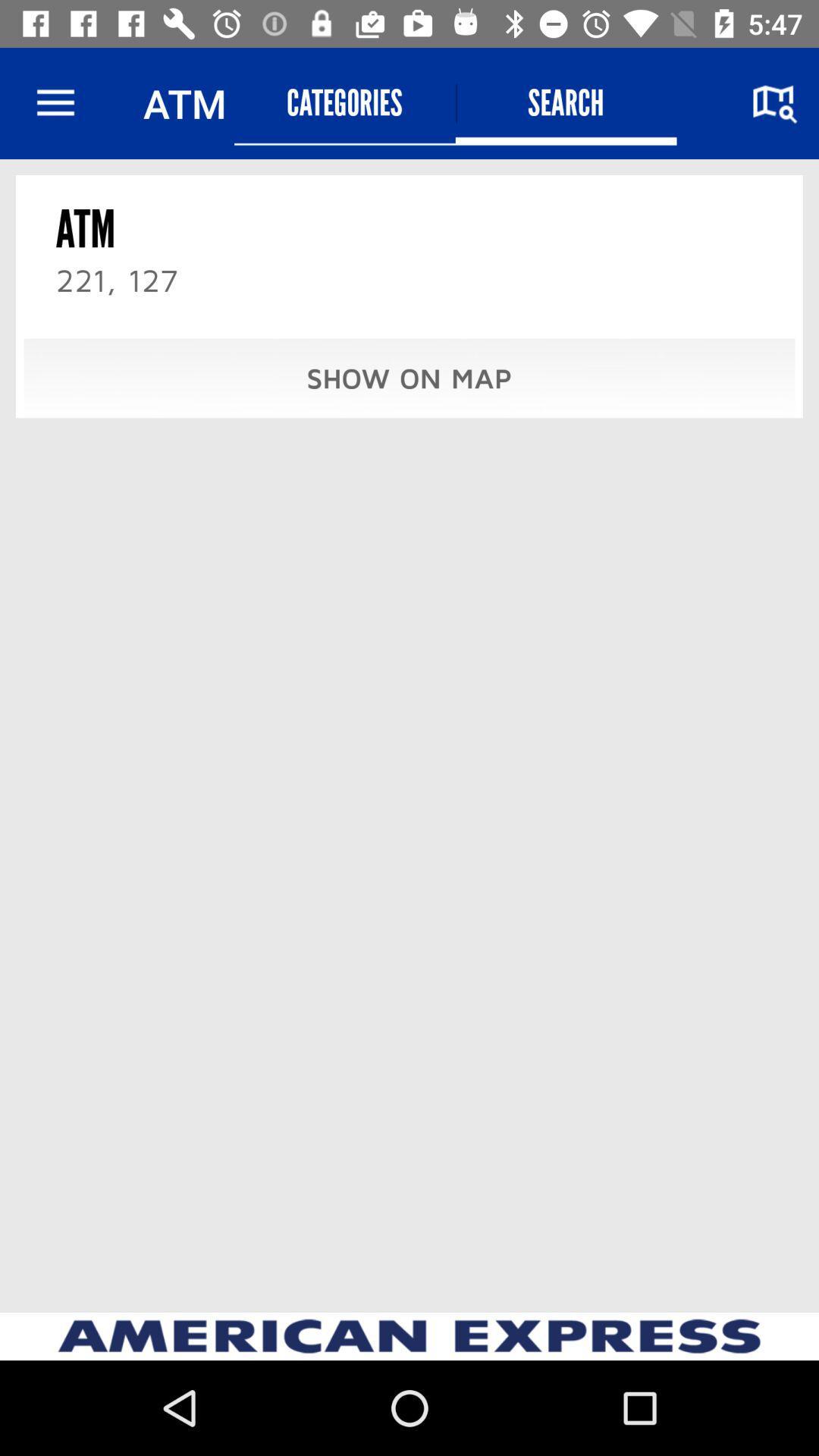  Describe the element at coordinates (55, 102) in the screenshot. I see `icon next to the atm item` at that location.